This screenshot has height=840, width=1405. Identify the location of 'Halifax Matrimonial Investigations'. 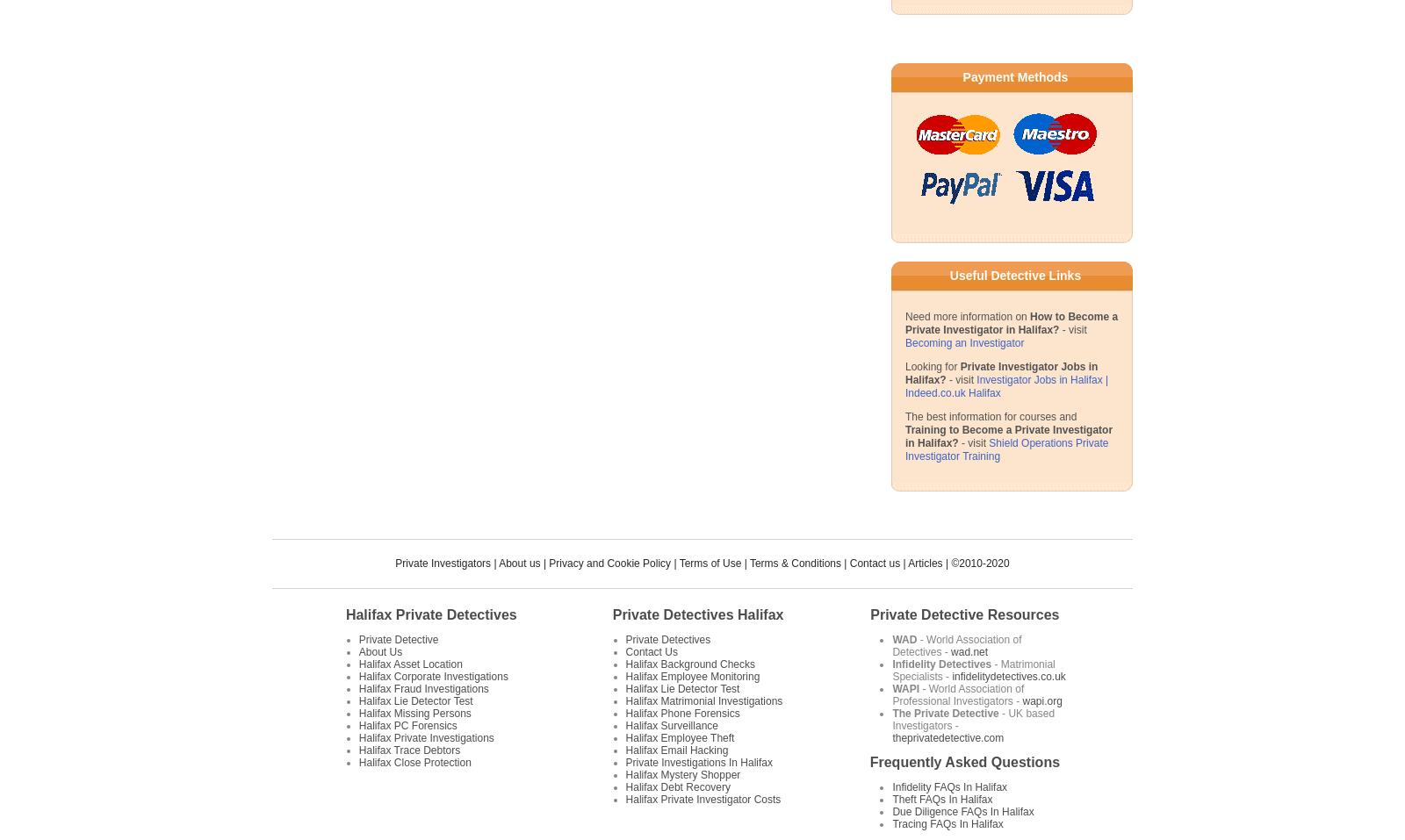
(702, 700).